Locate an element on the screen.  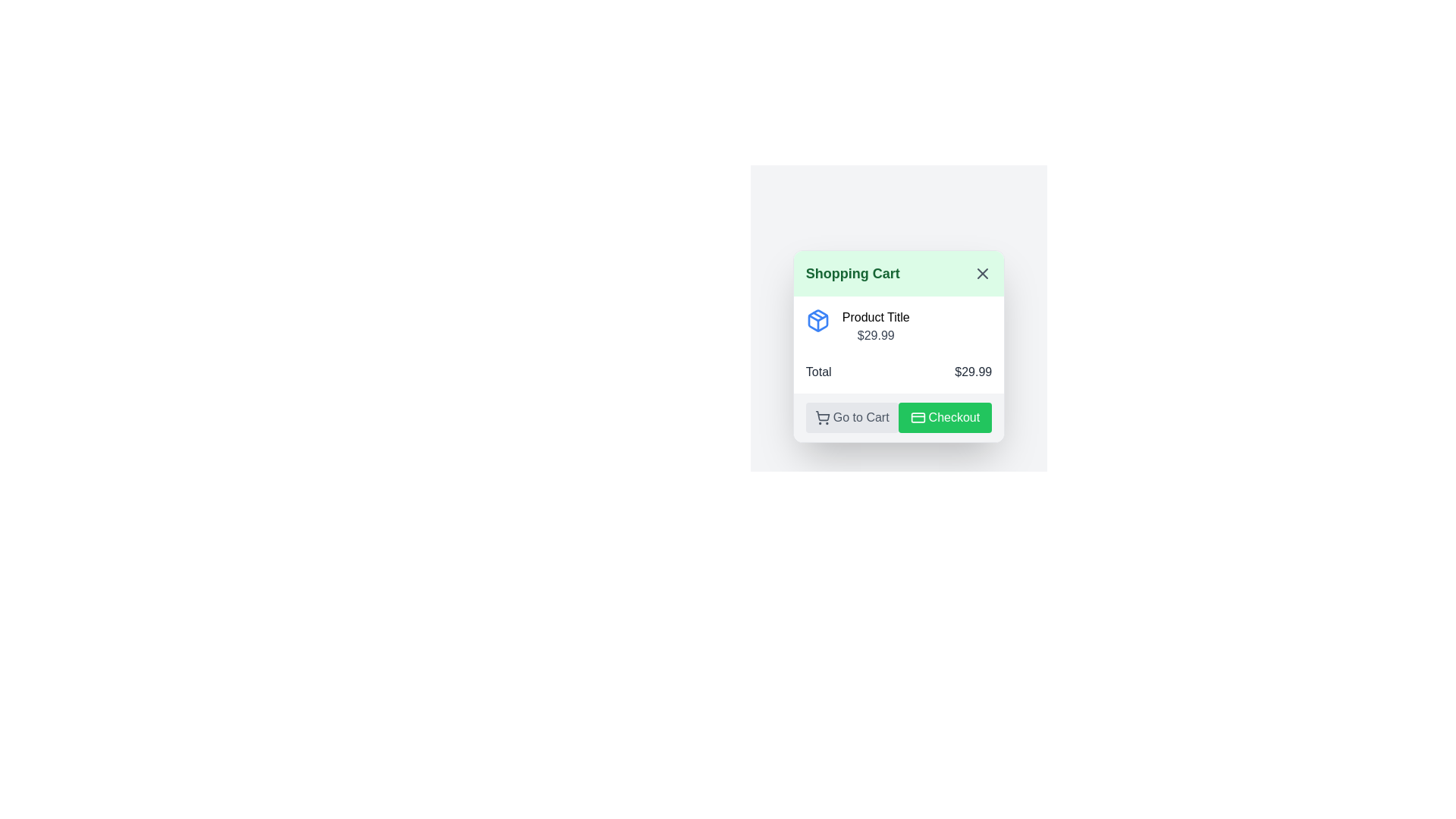
the shopping cart icon located to the left of the 'Go to Cart' button, which has a light gray background and rounded rectangular shape is located at coordinates (821, 418).